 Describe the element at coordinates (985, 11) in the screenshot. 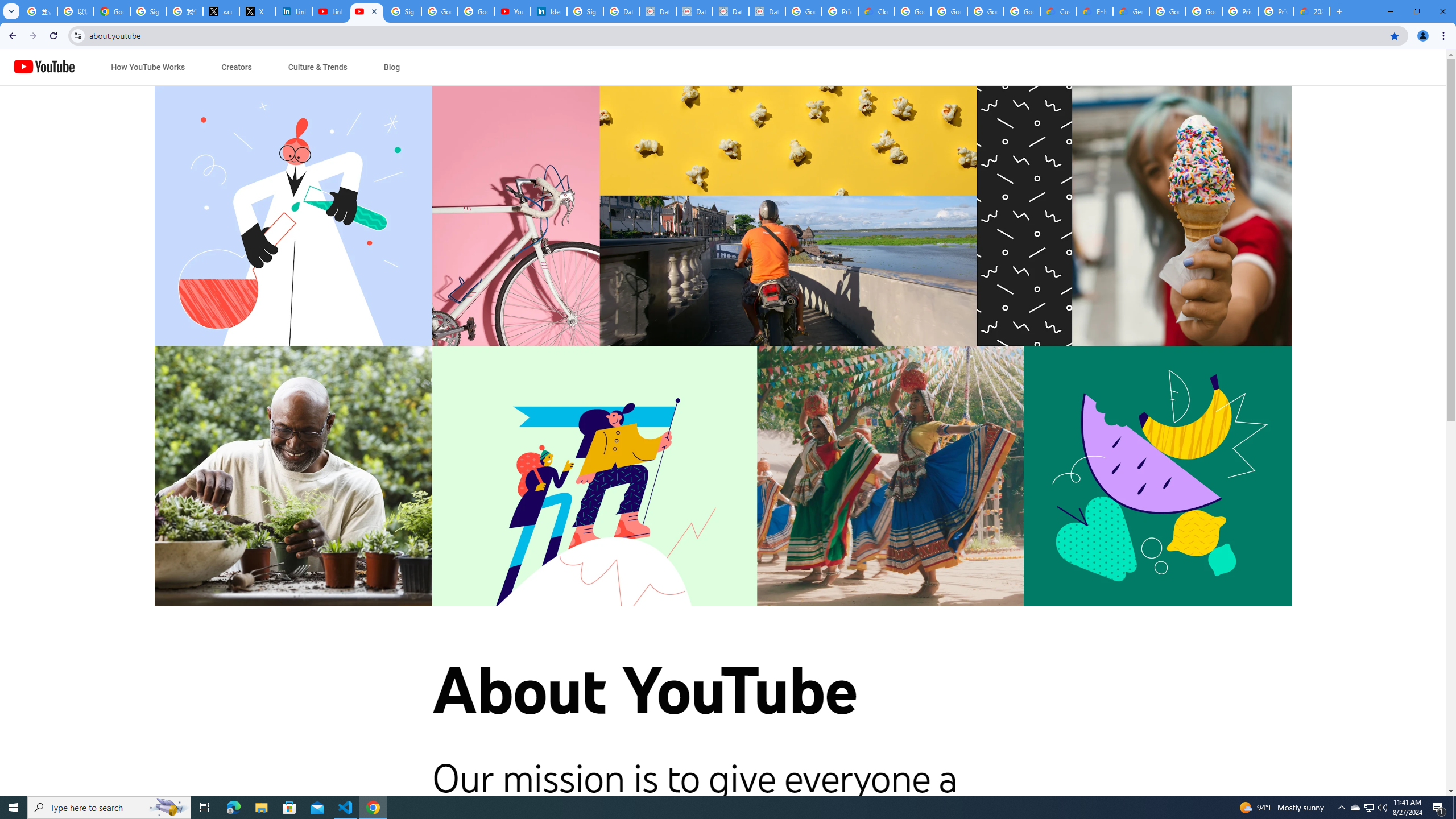

I see `'Google Workspace - Specific Terms'` at that location.